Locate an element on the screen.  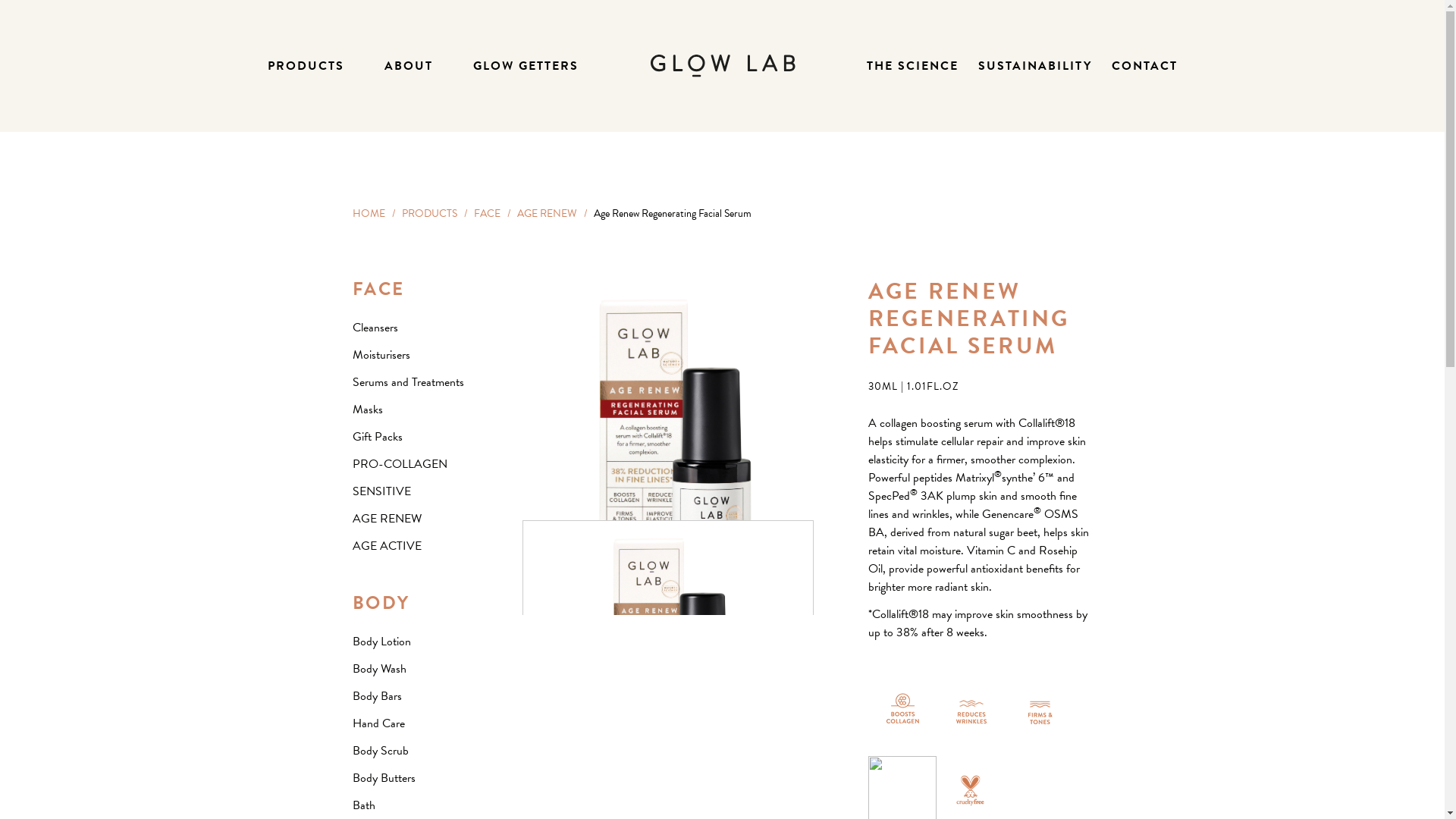
'PRO-COLLAGEN' is located at coordinates (351, 463).